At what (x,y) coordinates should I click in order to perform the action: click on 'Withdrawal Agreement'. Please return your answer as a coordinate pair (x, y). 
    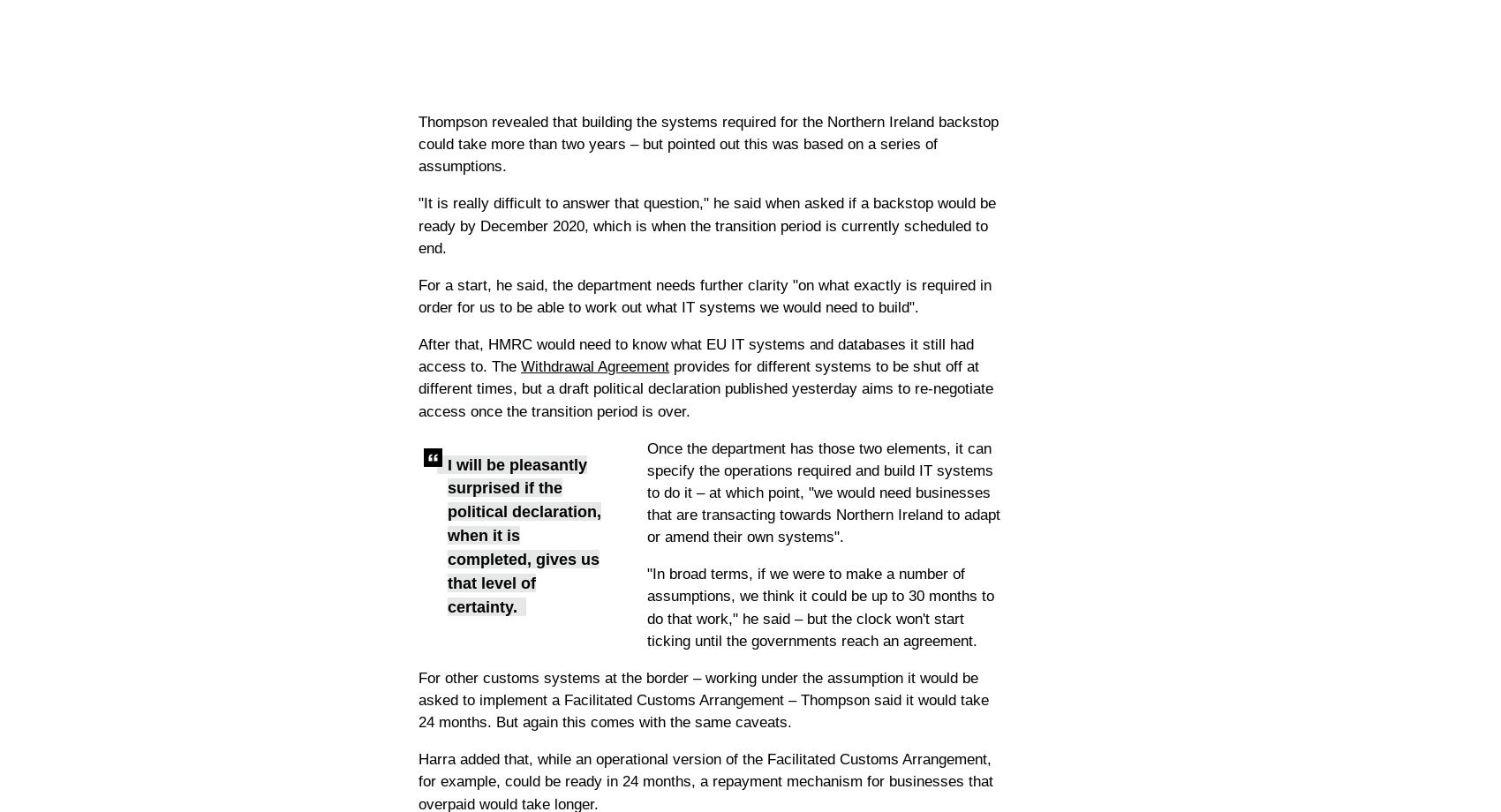
    Looking at the image, I should click on (595, 365).